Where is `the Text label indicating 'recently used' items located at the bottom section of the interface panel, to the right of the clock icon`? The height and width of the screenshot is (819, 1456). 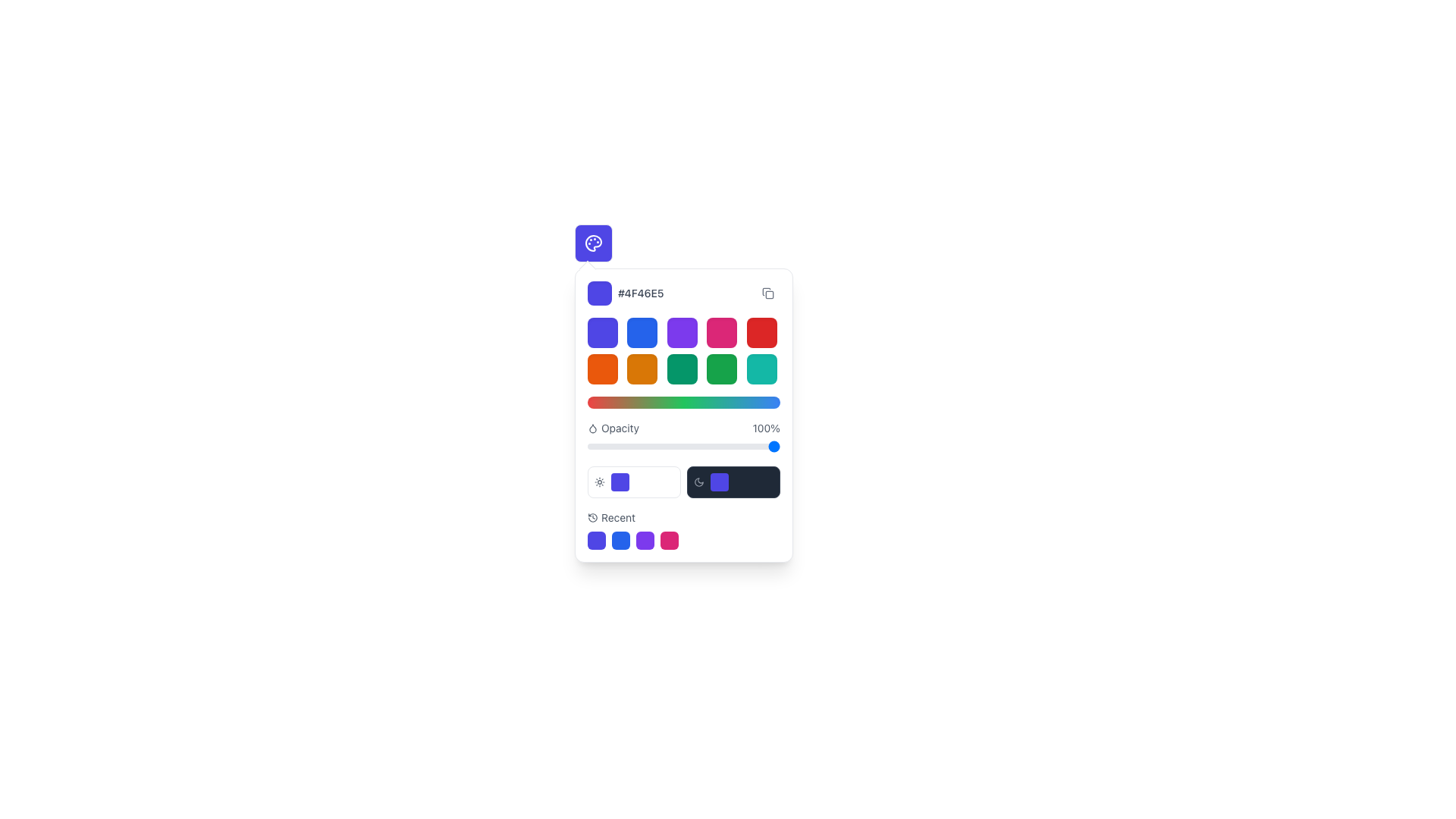
the Text label indicating 'recently used' items located at the bottom section of the interface panel, to the right of the clock icon is located at coordinates (618, 516).